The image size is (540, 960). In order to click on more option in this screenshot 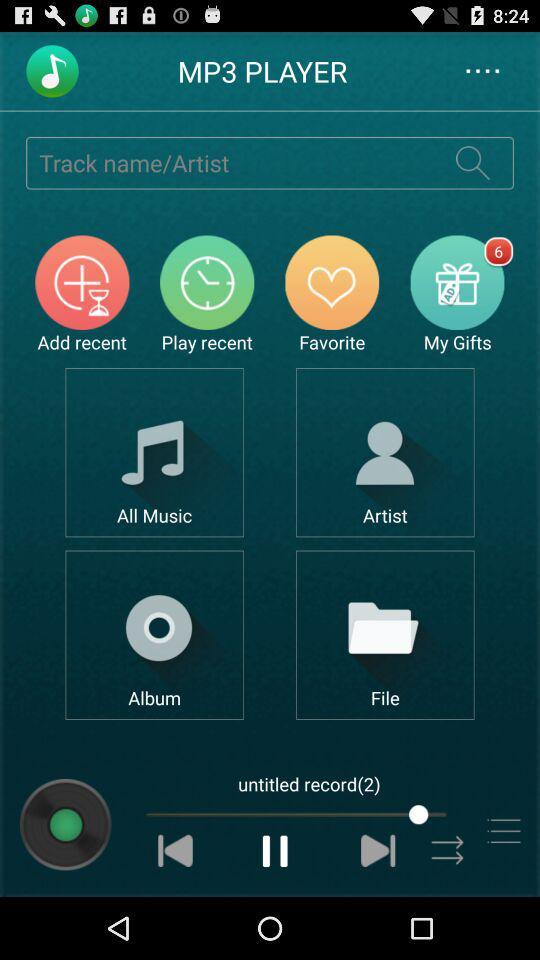, I will do `click(502, 831)`.